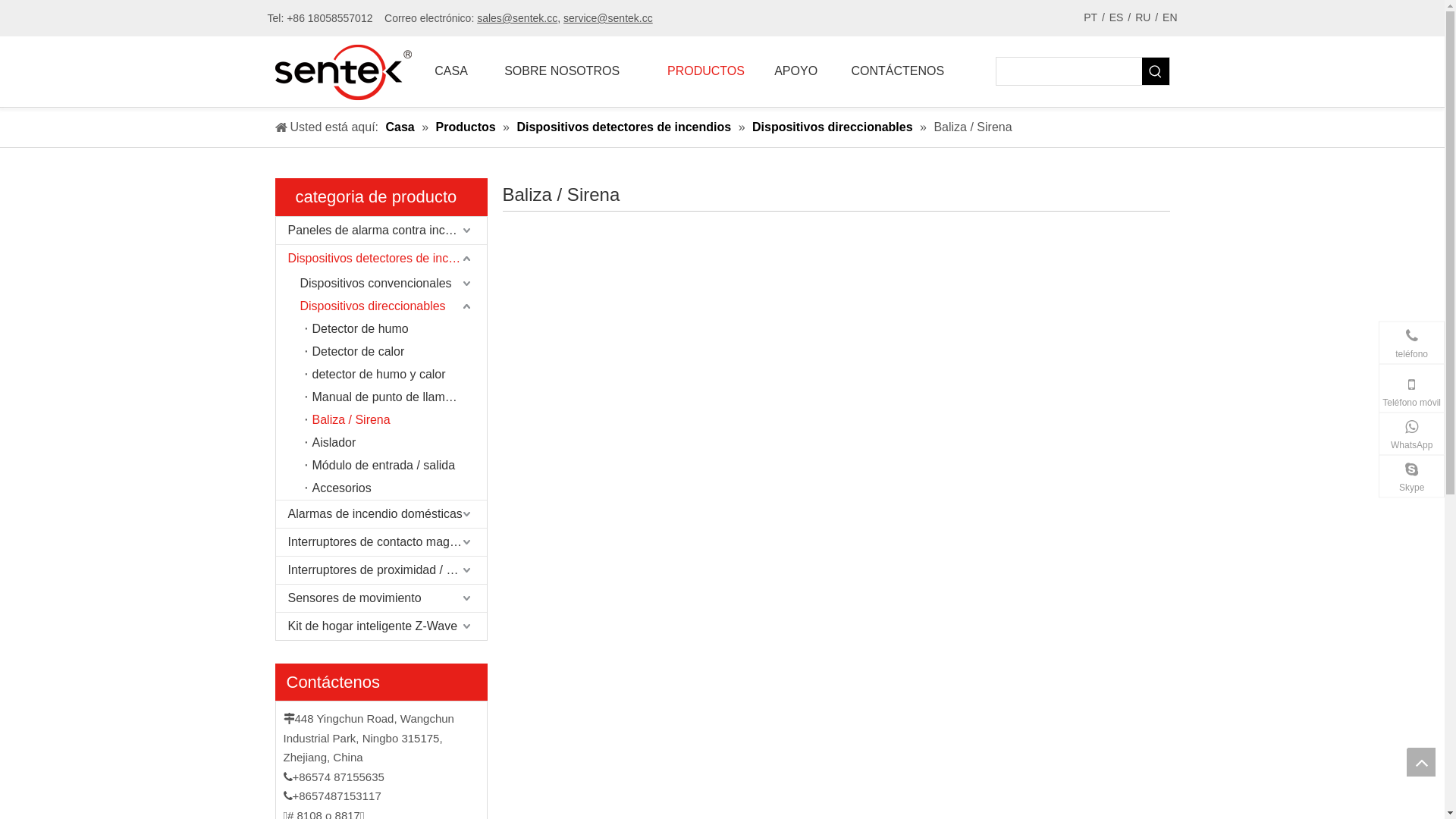  What do you see at coordinates (1169, 17) in the screenshot?
I see `'EN'` at bounding box center [1169, 17].